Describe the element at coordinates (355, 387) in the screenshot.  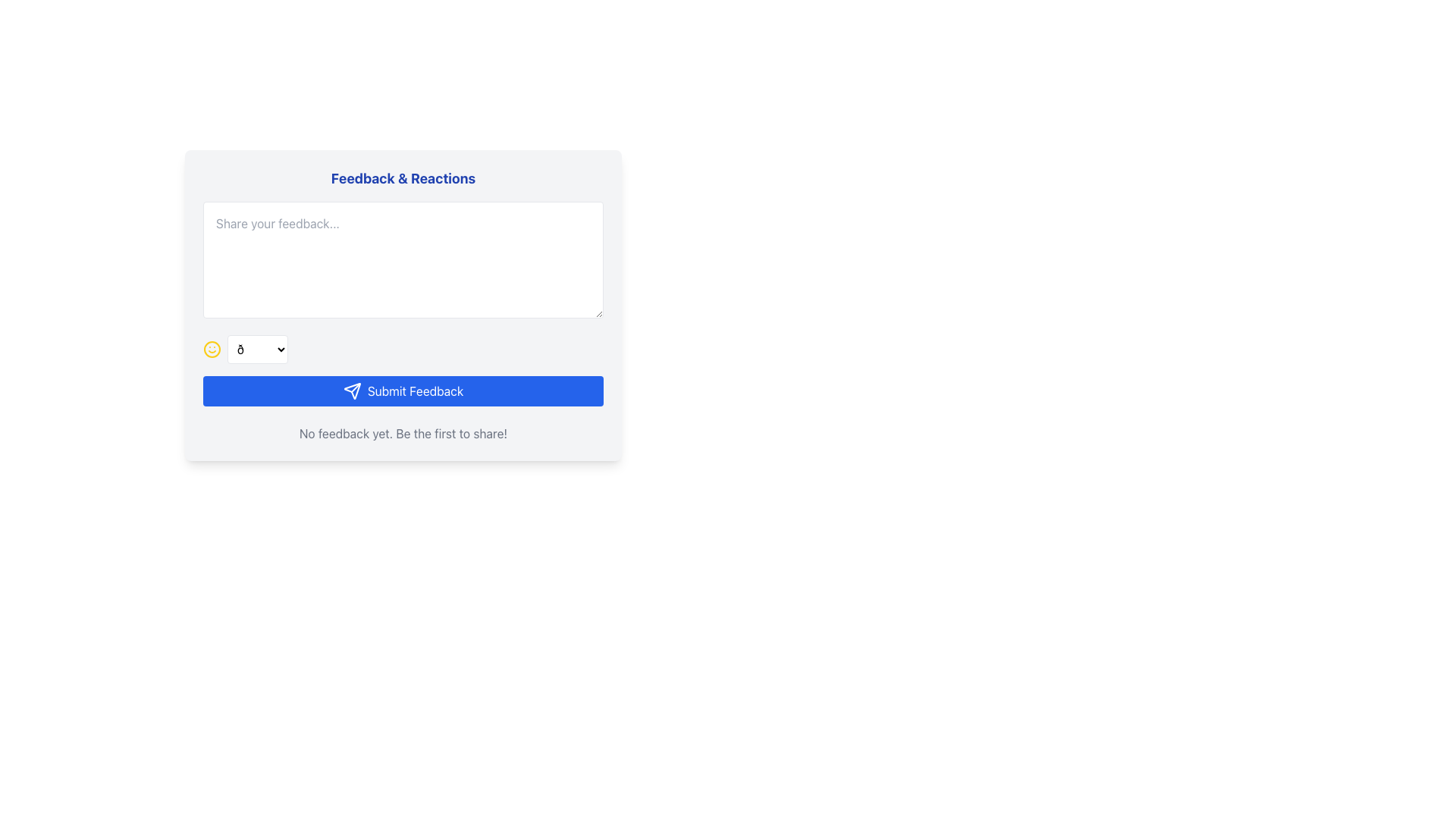
I see `the diagonal line segment of the vector graphic that is part of the 'send' motif within the SVG icon next to the 'Submit Feedback' button` at that location.